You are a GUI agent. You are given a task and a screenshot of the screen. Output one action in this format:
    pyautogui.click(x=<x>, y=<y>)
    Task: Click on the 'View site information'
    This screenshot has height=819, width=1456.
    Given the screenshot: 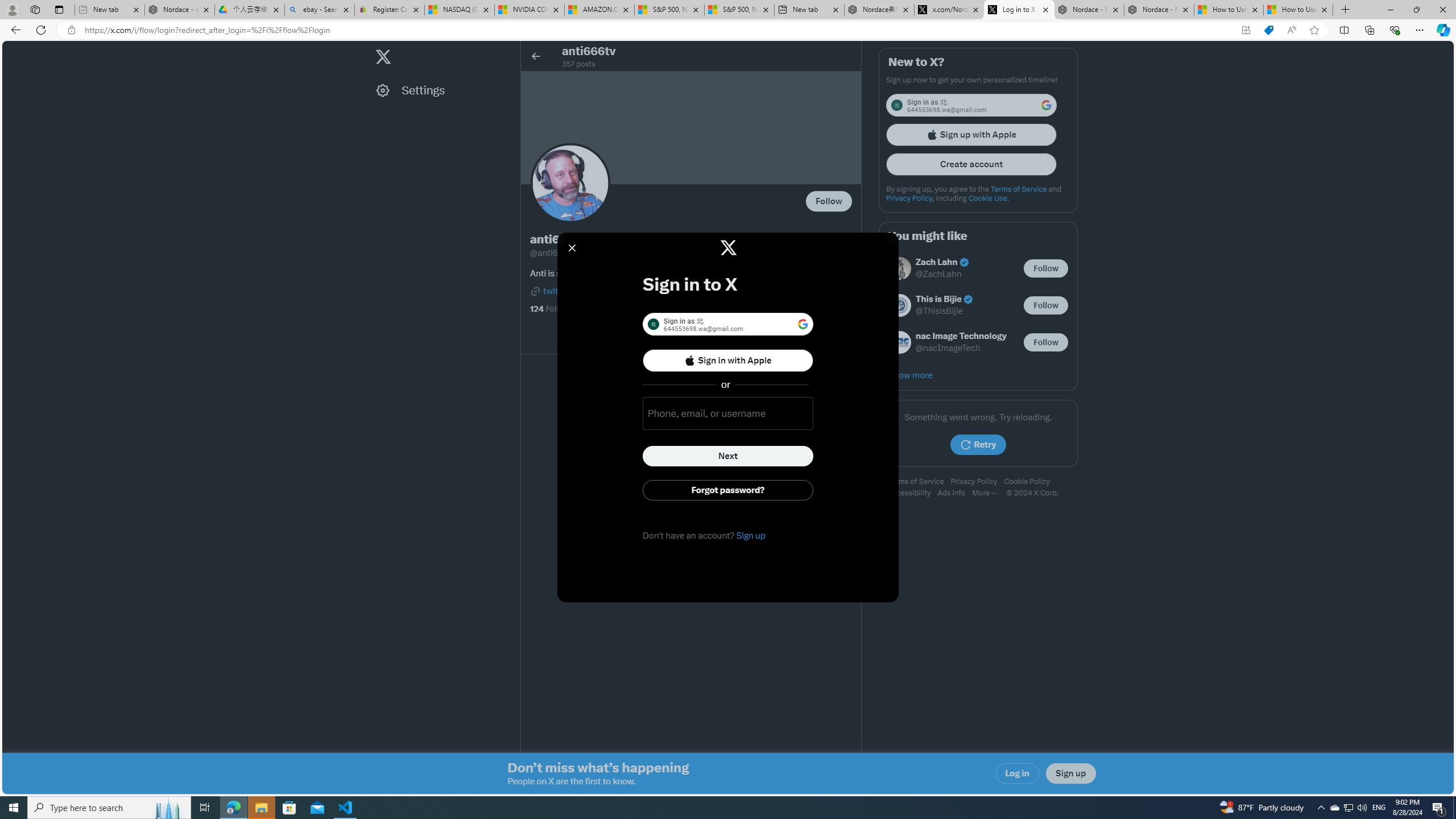 What is the action you would take?
    pyautogui.click(x=71, y=30)
    